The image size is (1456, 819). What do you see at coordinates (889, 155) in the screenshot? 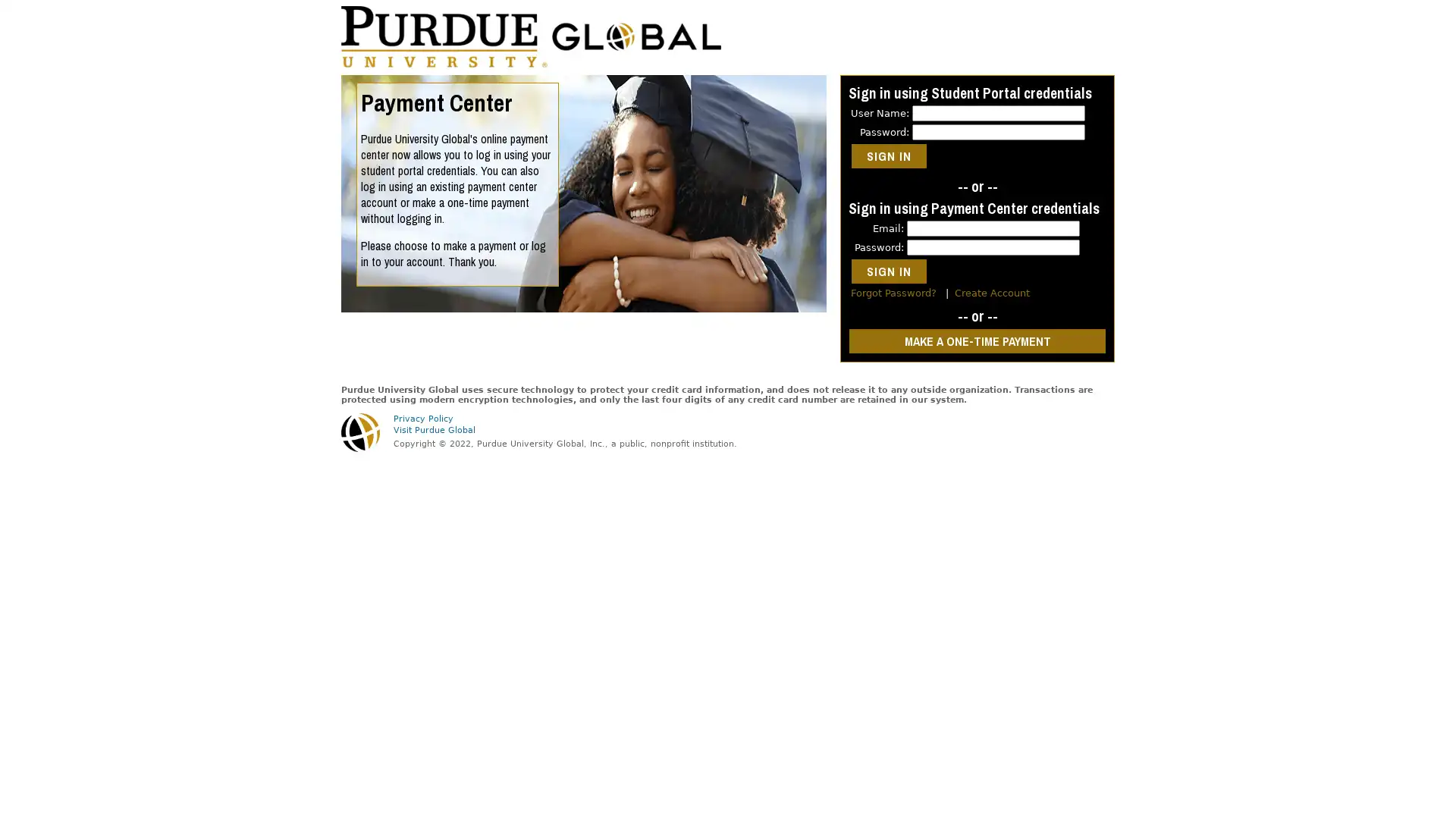
I see `Sign In` at bounding box center [889, 155].